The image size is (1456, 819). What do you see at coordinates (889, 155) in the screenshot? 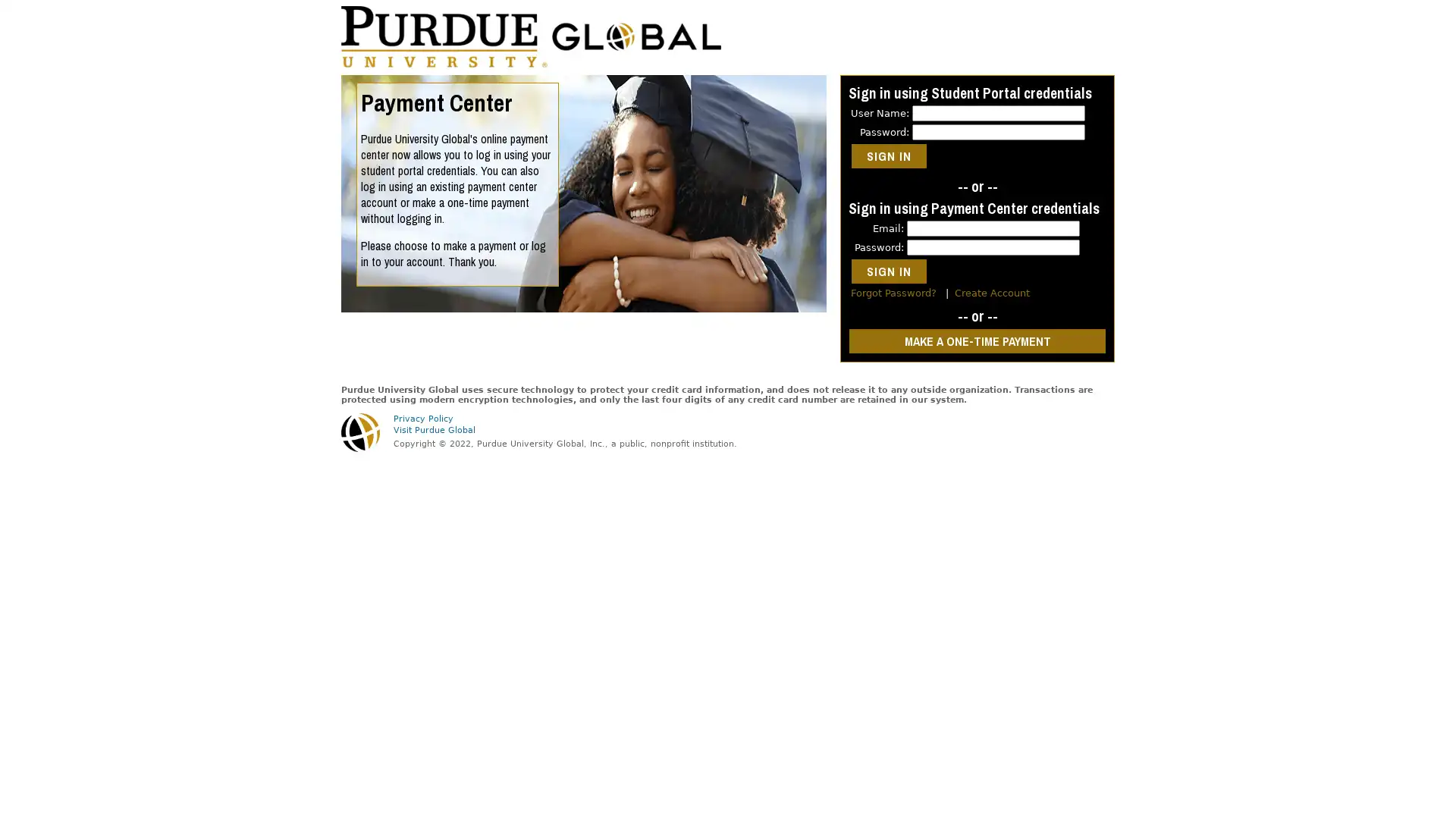
I see `Sign In` at bounding box center [889, 155].